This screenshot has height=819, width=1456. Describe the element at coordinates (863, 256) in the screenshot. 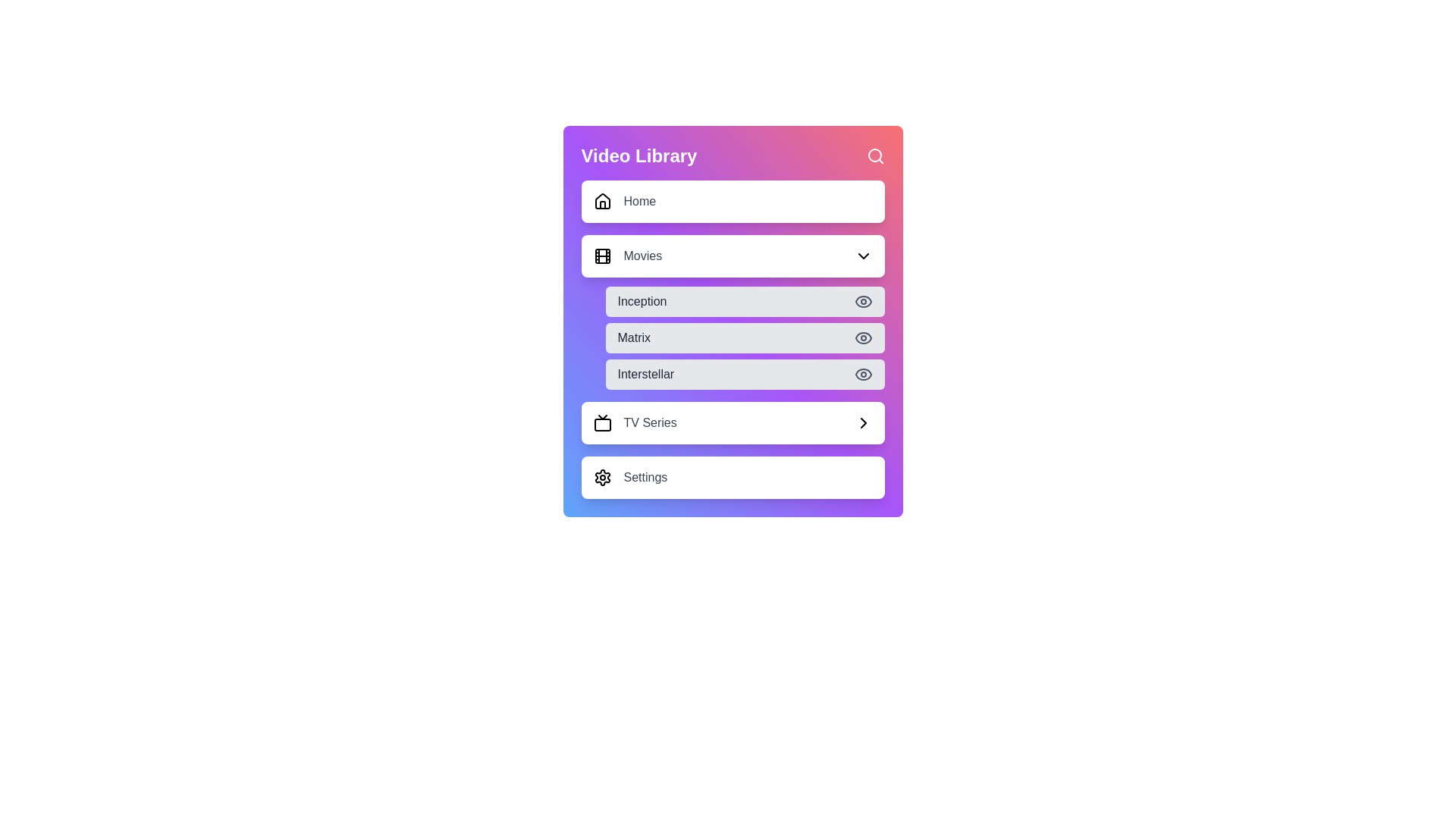

I see `the downward-pointing chevron icon next to the 'Movies' text` at that location.